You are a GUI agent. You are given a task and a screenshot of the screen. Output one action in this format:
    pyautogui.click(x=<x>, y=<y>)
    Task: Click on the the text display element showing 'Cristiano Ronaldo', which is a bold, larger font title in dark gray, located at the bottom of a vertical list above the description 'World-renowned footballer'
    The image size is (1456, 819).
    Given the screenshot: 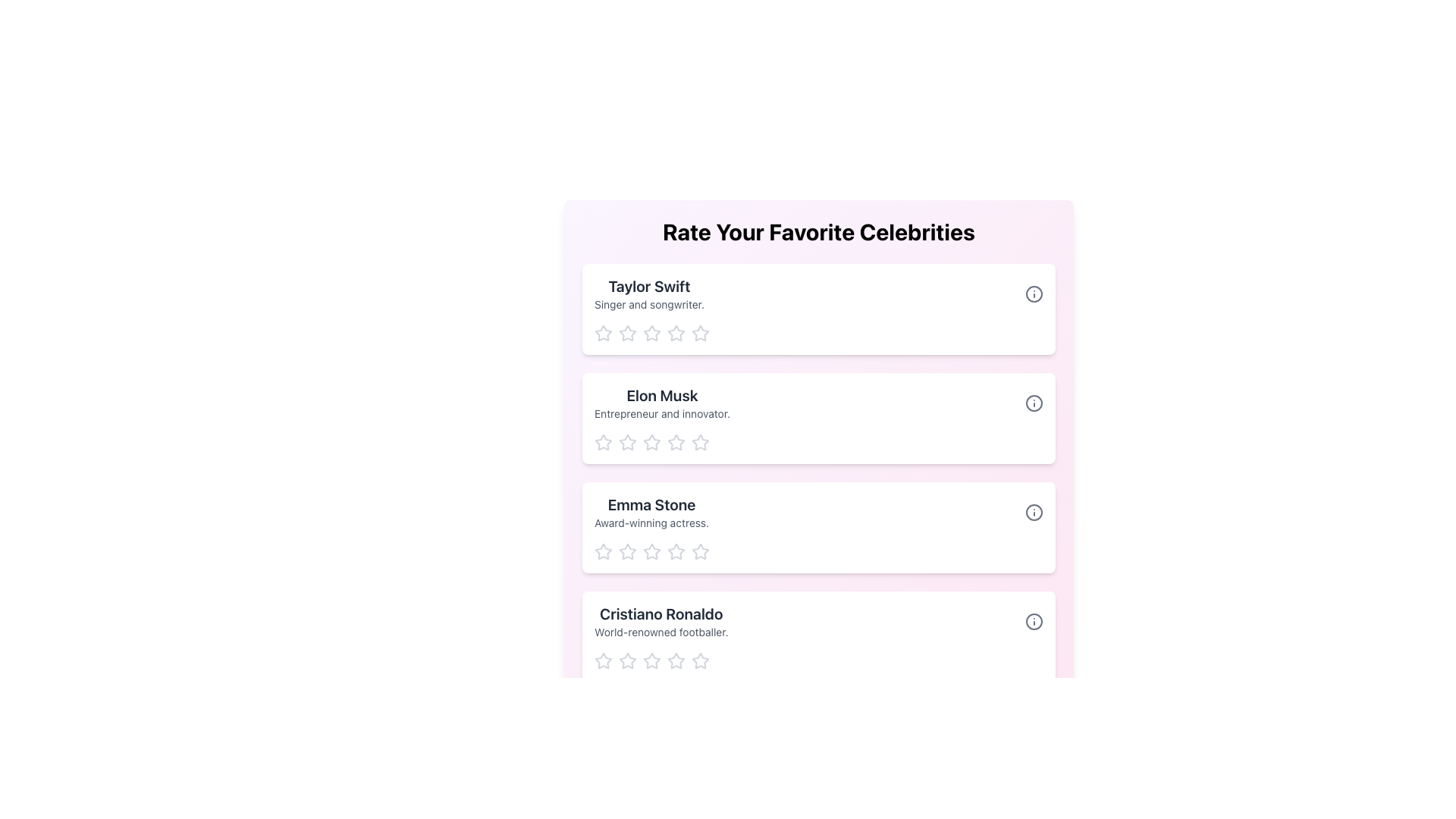 What is the action you would take?
    pyautogui.click(x=661, y=614)
    